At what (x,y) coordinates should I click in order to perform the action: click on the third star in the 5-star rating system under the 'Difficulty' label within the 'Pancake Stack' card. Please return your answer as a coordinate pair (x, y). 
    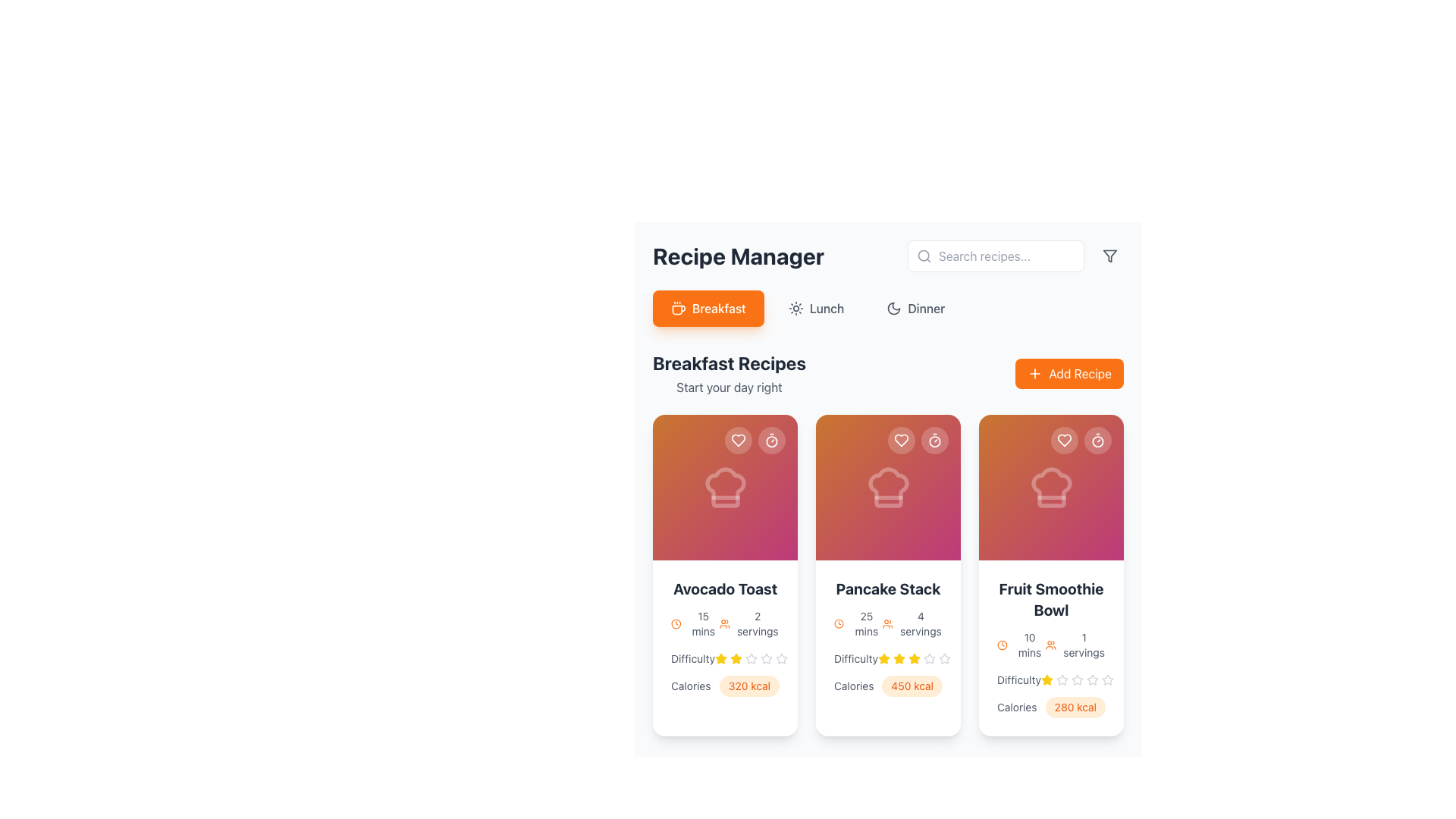
    Looking at the image, I should click on (913, 657).